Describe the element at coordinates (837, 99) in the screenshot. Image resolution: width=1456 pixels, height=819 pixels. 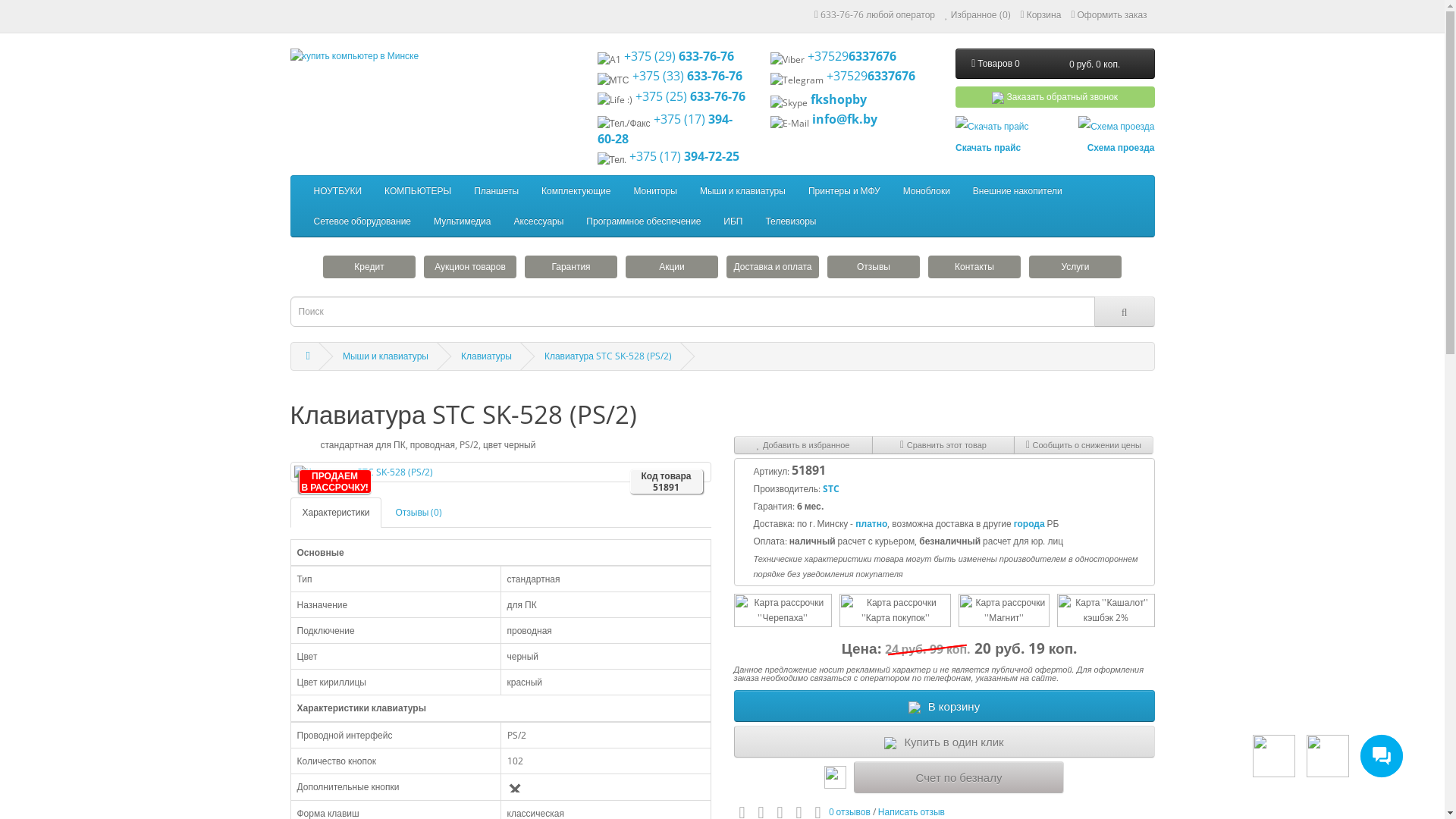
I see `'fkshopby'` at that location.